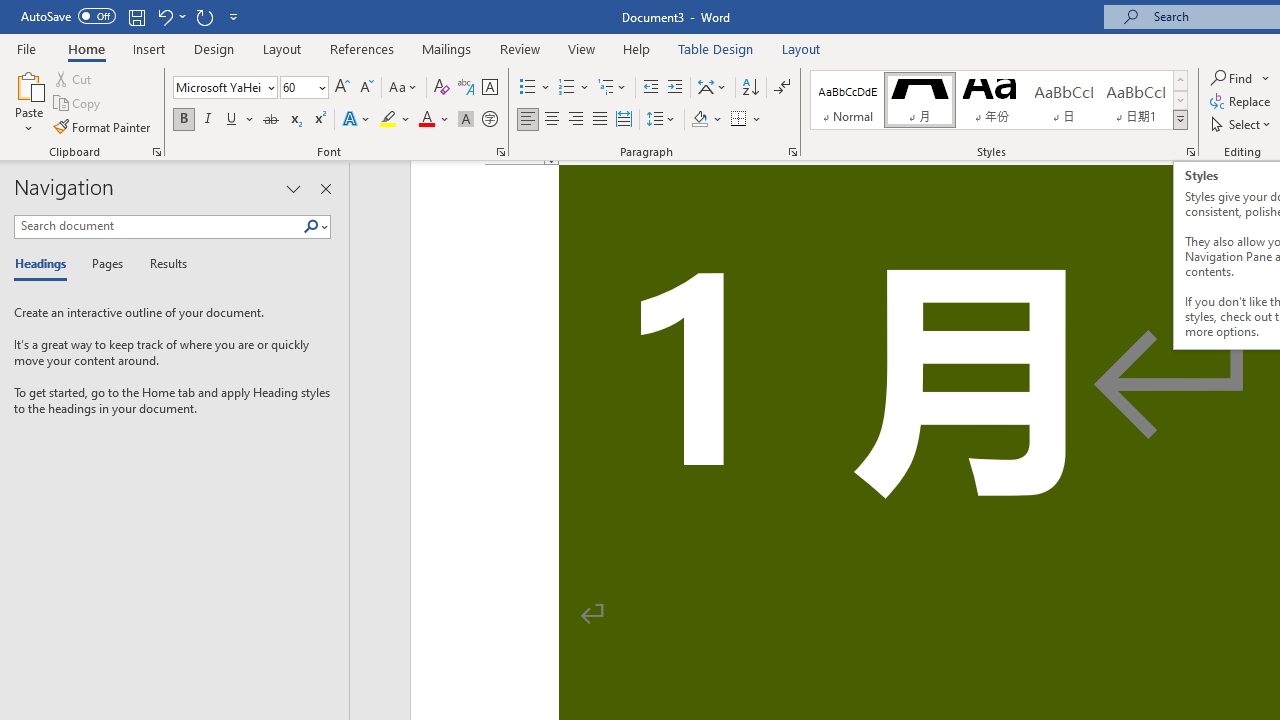 The height and width of the screenshot is (720, 1280). I want to click on 'Select', so click(1241, 124).